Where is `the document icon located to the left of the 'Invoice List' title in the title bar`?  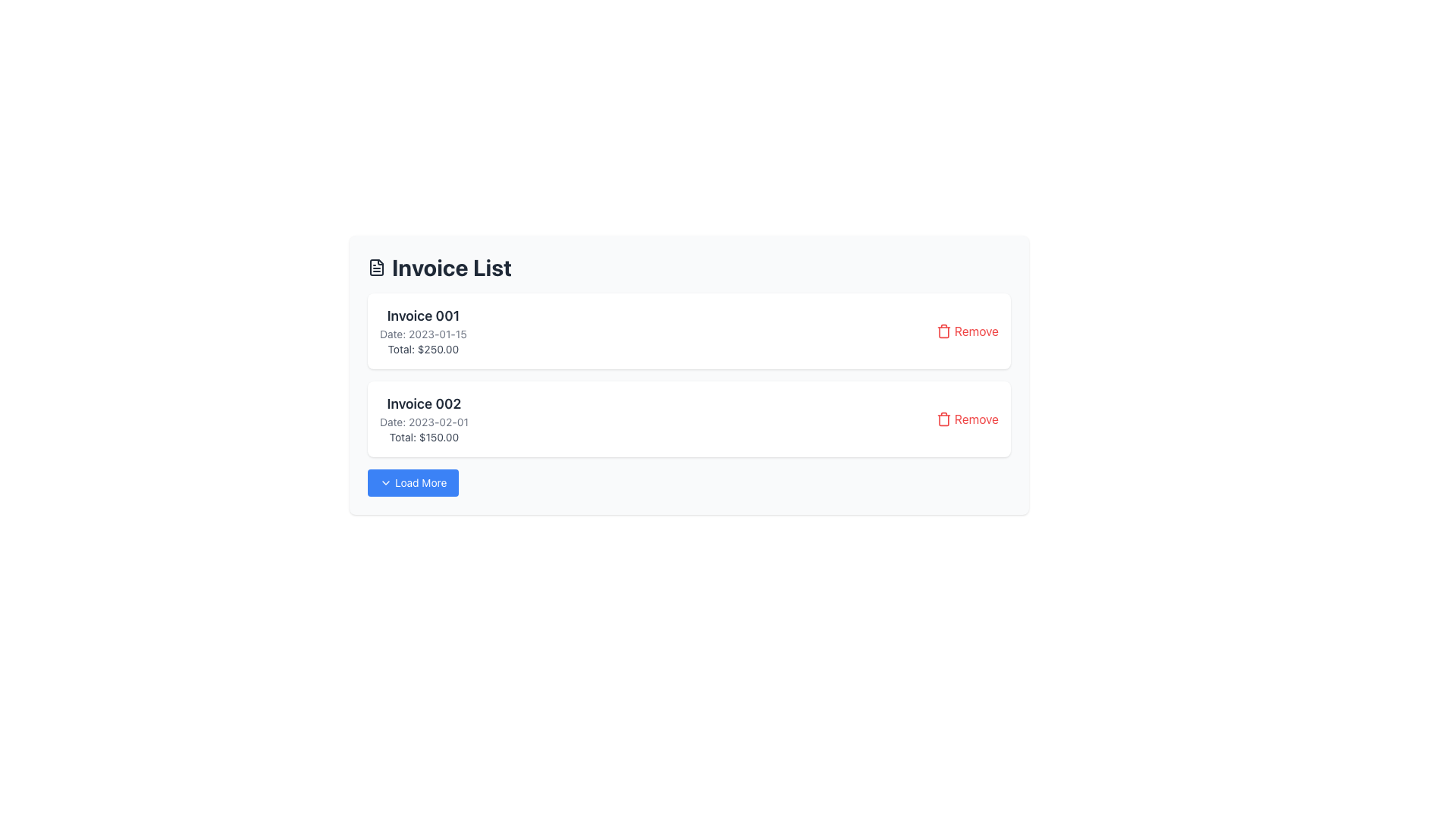
the document icon located to the left of the 'Invoice List' title in the title bar is located at coordinates (377, 267).